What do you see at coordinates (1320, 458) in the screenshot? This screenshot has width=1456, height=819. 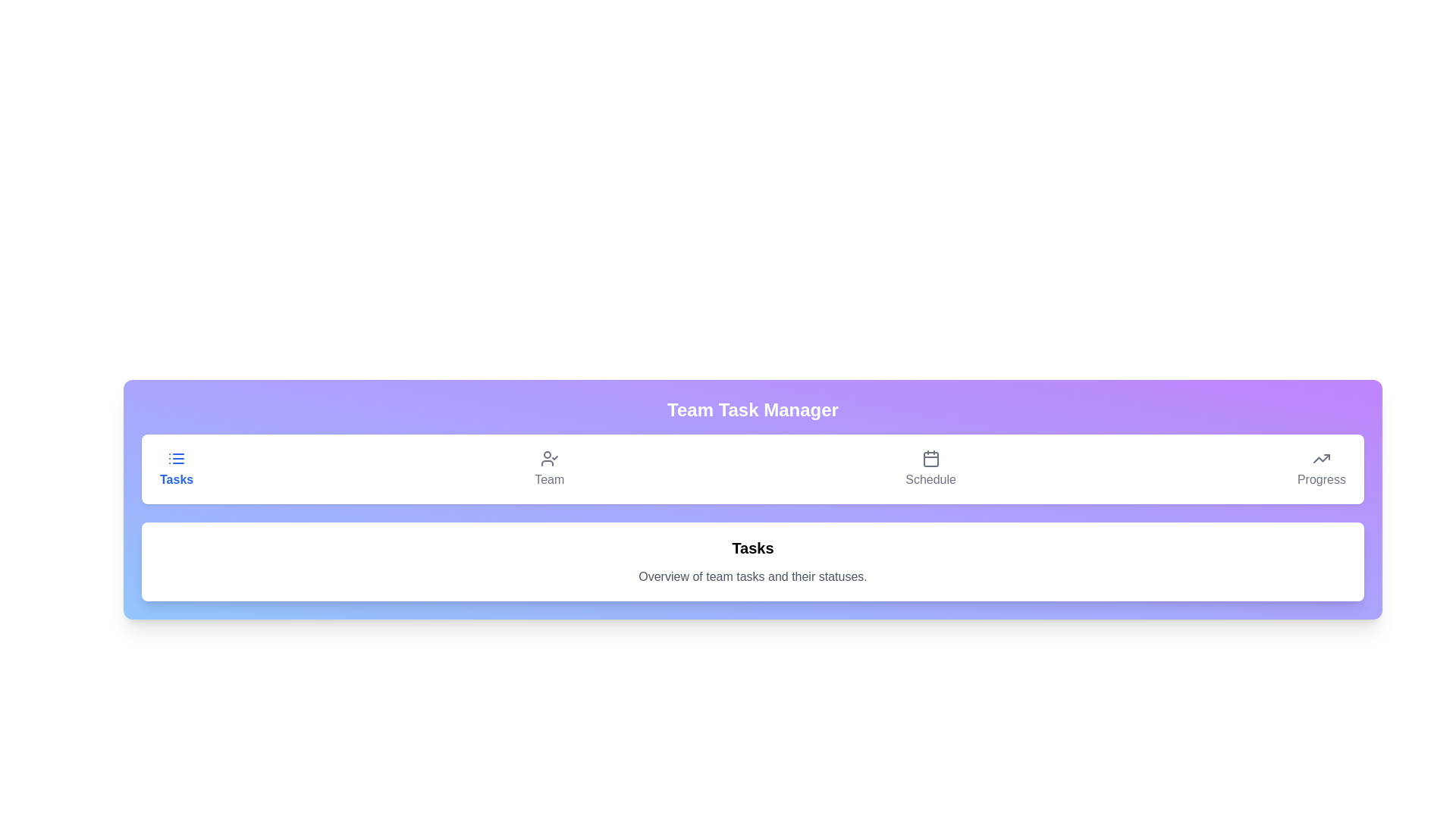 I see `the progress icon located in the top navigation bar, far-right, above the text label 'Progress'` at bounding box center [1320, 458].